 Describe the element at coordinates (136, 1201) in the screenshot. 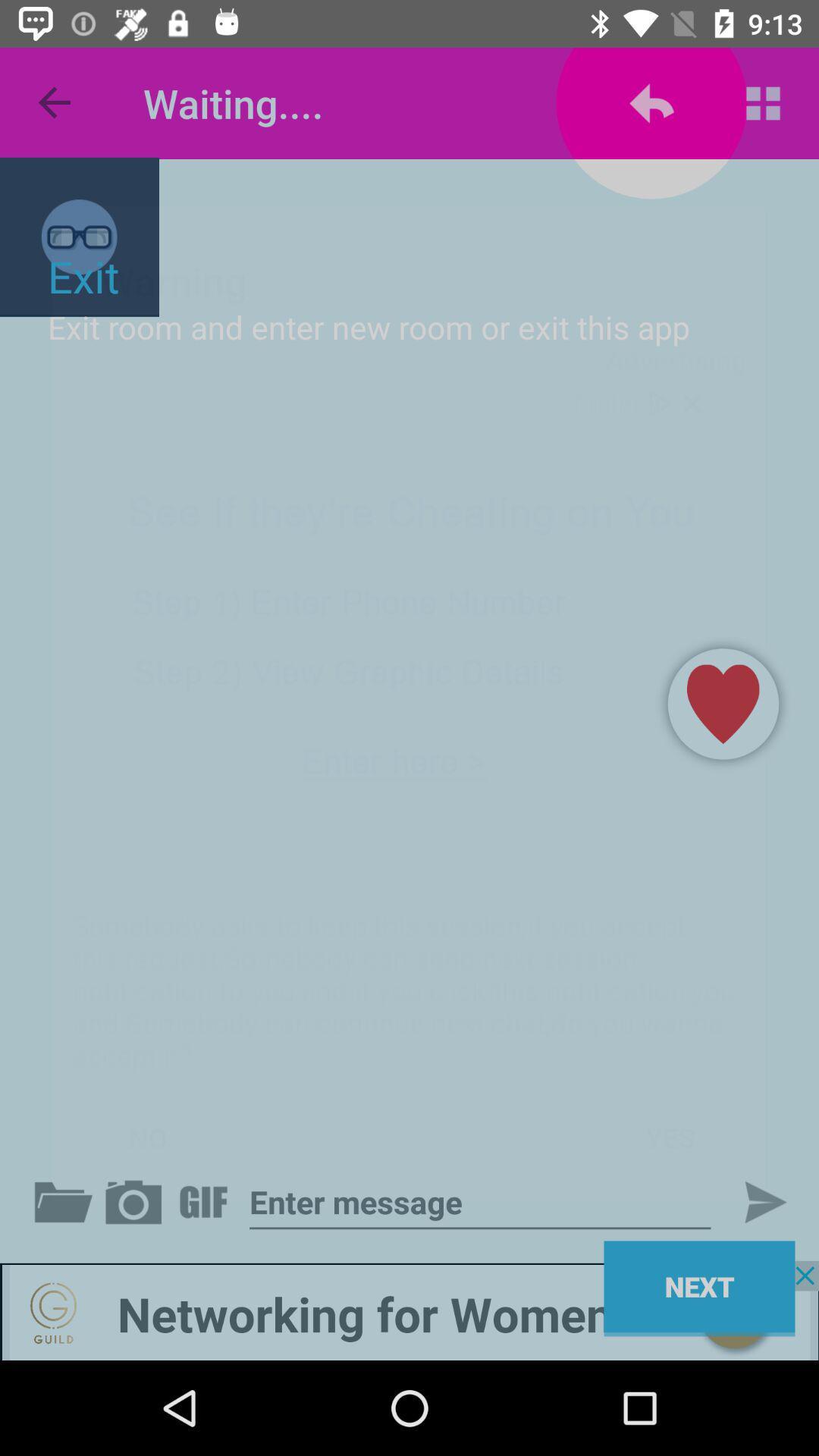

I see `the media` at that location.